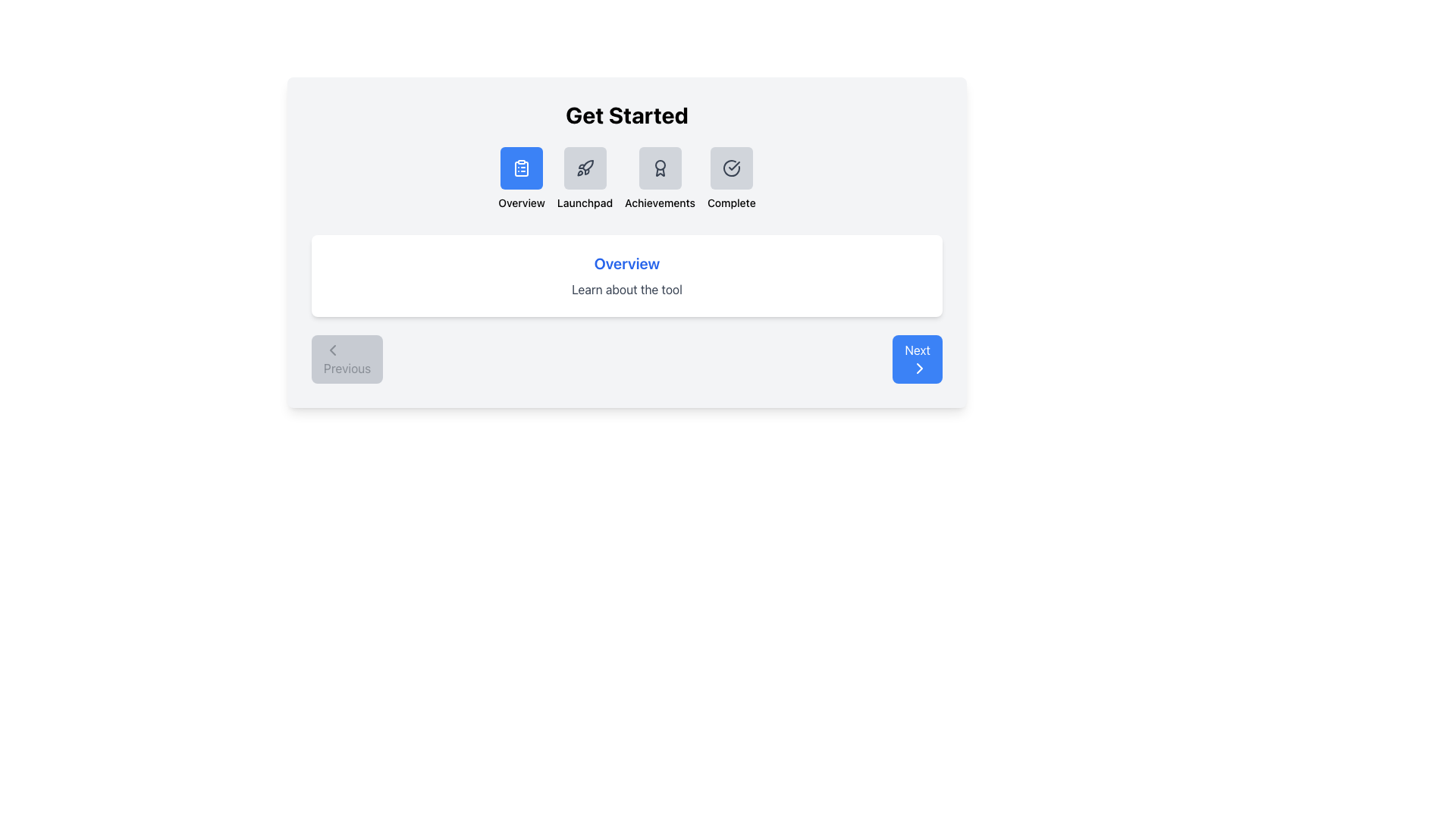 Image resolution: width=1456 pixels, height=819 pixels. Describe the element at coordinates (584, 202) in the screenshot. I see `the text label that identifies the 'Launchpad' section, located below the rocket icon in the second group of the 'Get Started' interface` at that location.